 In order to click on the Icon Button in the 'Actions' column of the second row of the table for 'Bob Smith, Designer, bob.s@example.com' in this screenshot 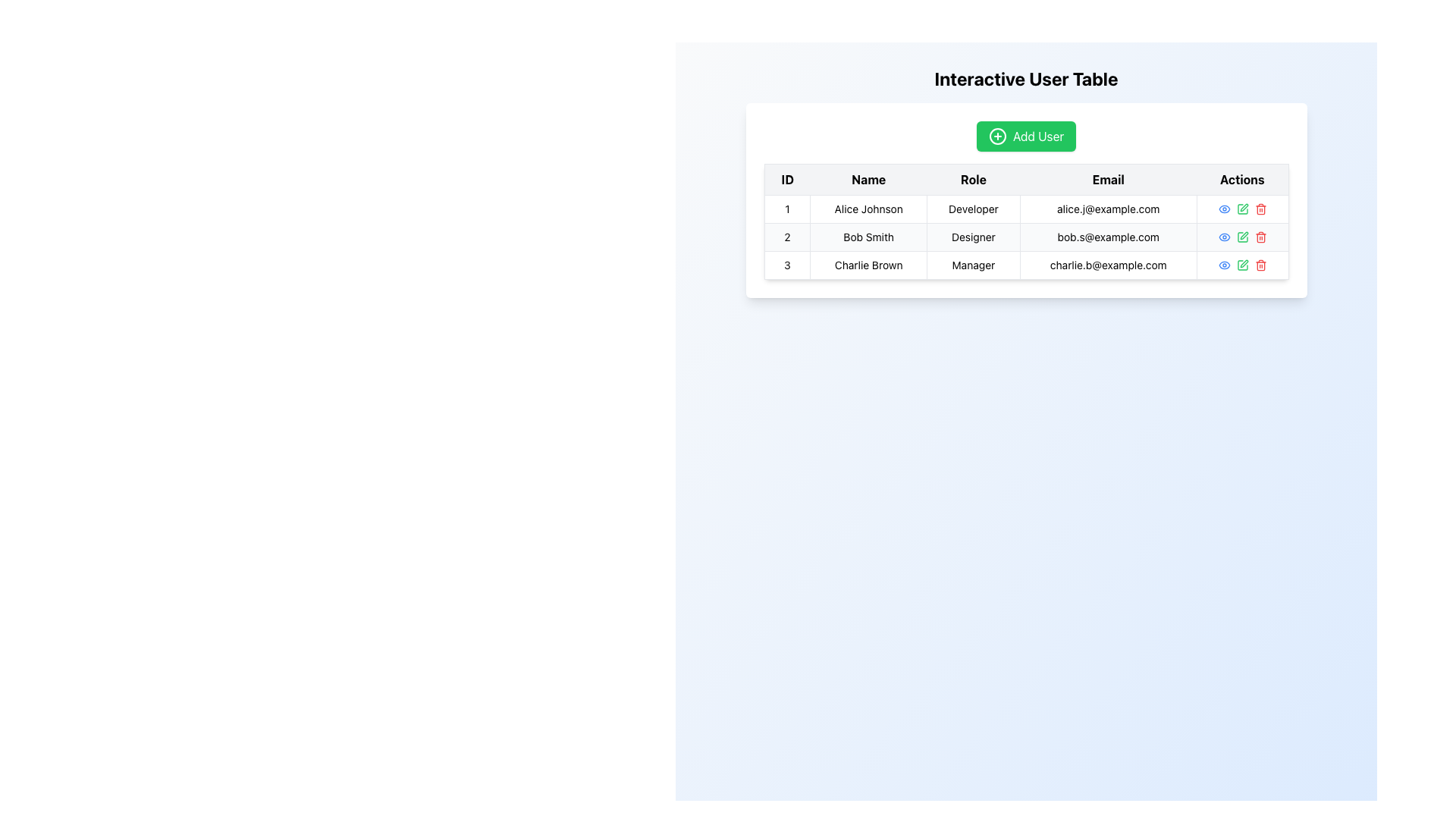, I will do `click(1242, 237)`.